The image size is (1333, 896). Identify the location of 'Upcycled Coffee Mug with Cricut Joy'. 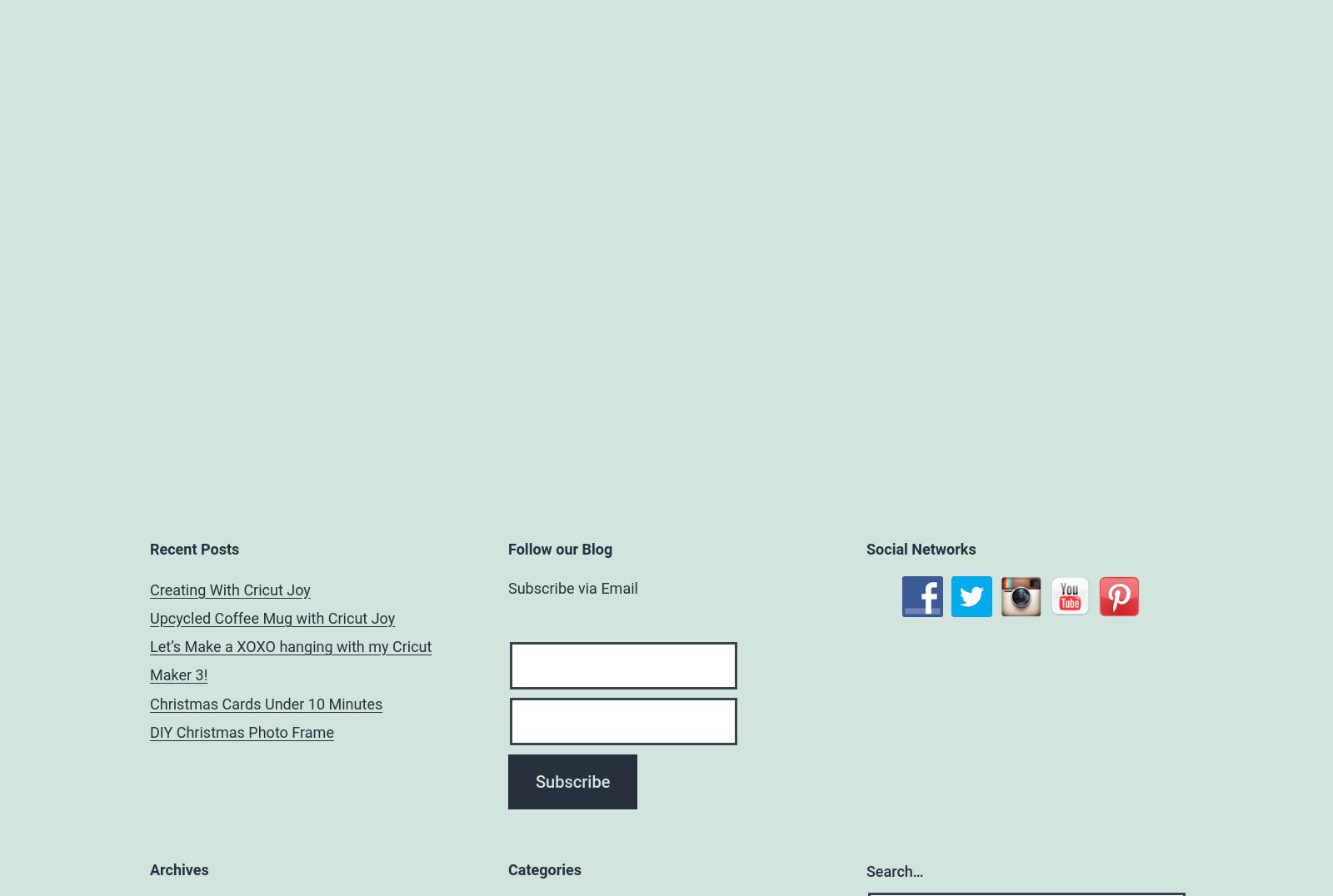
(272, 616).